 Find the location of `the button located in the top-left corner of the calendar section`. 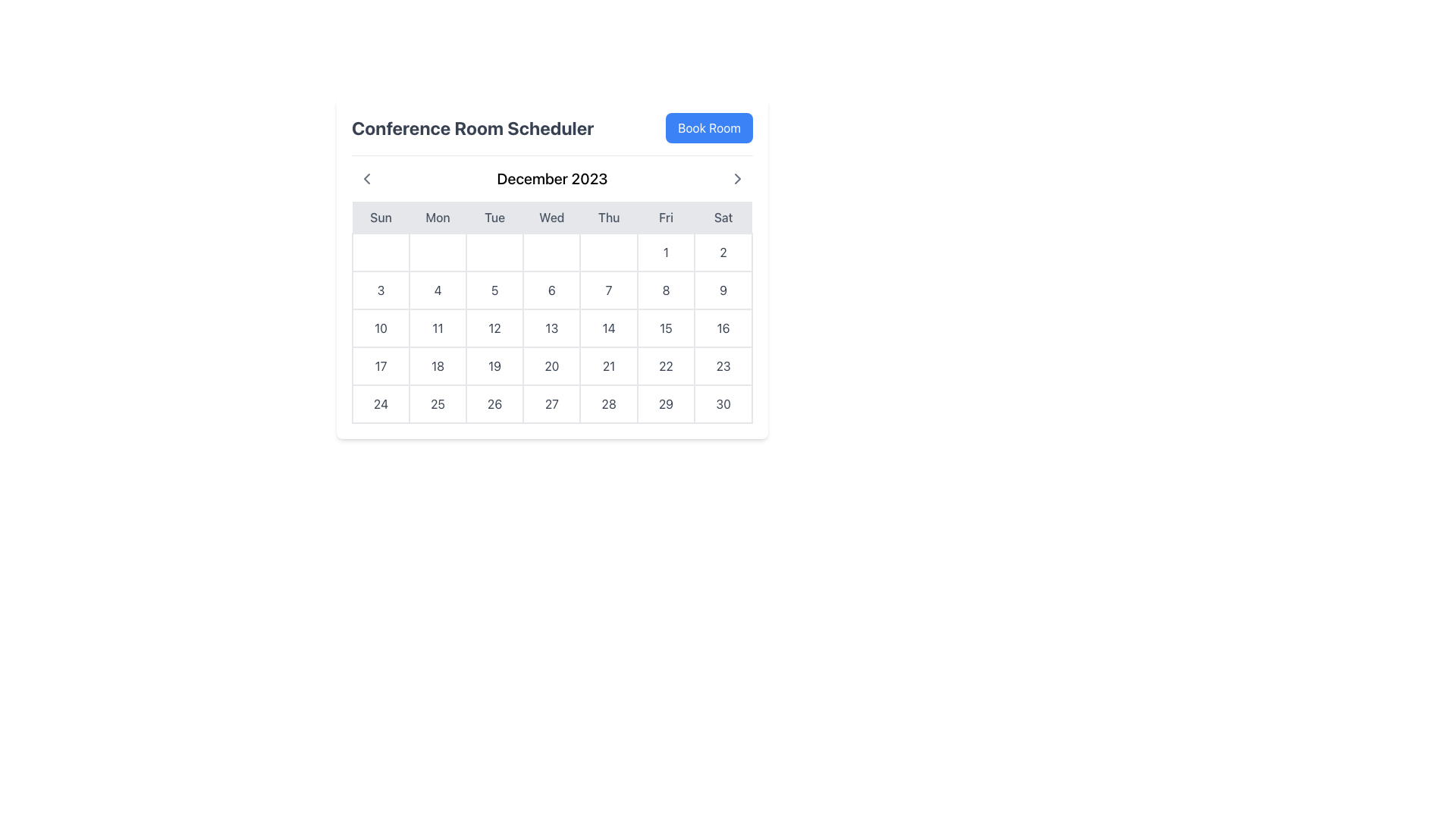

the button located in the top-left corner of the calendar section is located at coordinates (367, 177).